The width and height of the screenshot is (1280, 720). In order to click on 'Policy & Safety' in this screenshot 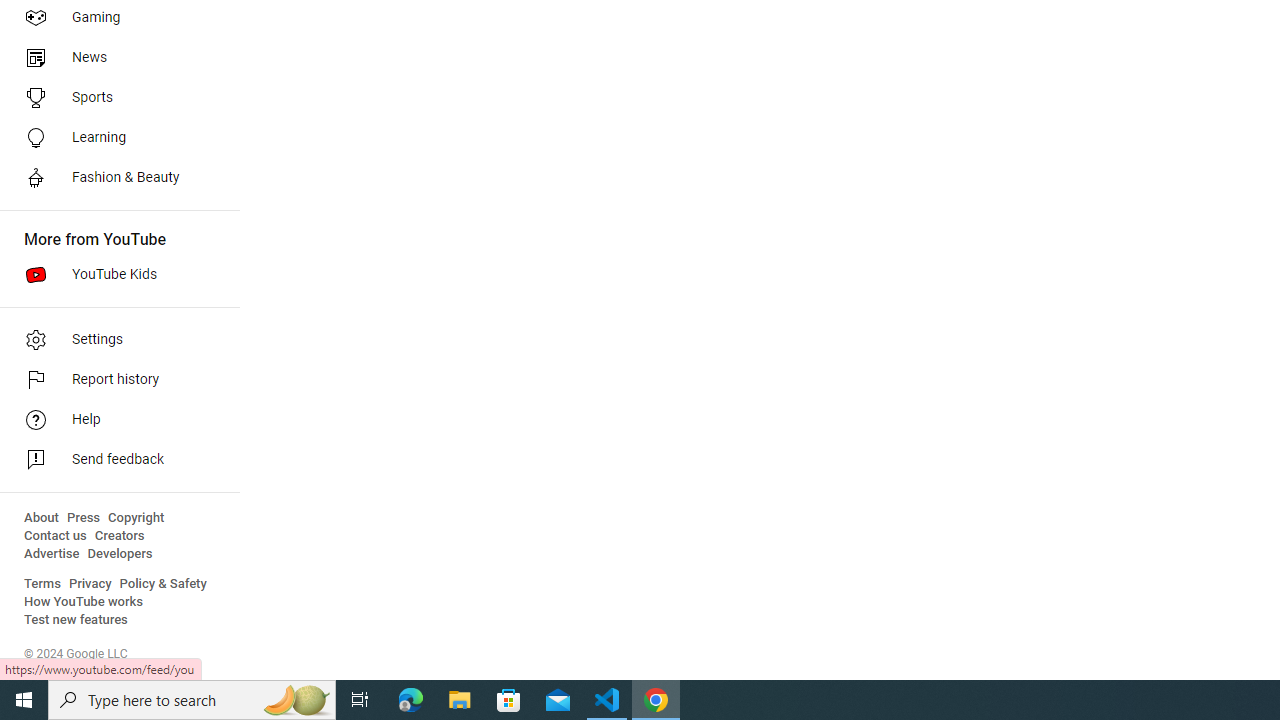, I will do `click(163, 584)`.